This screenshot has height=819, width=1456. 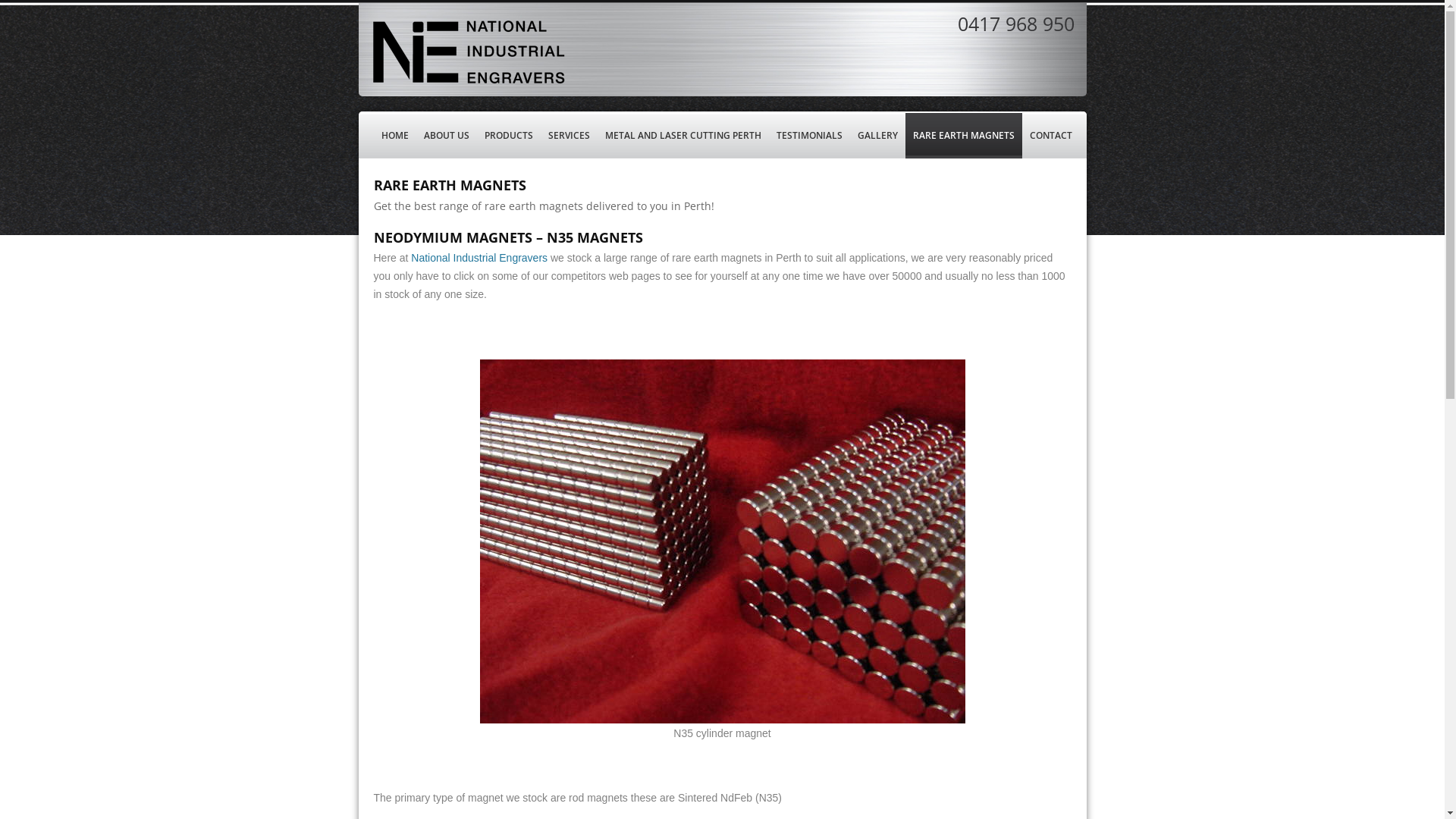 What do you see at coordinates (479, 49) in the screenshot?
I see `'NATIONAL INDUSTRIAL ENGRAVERS'` at bounding box center [479, 49].